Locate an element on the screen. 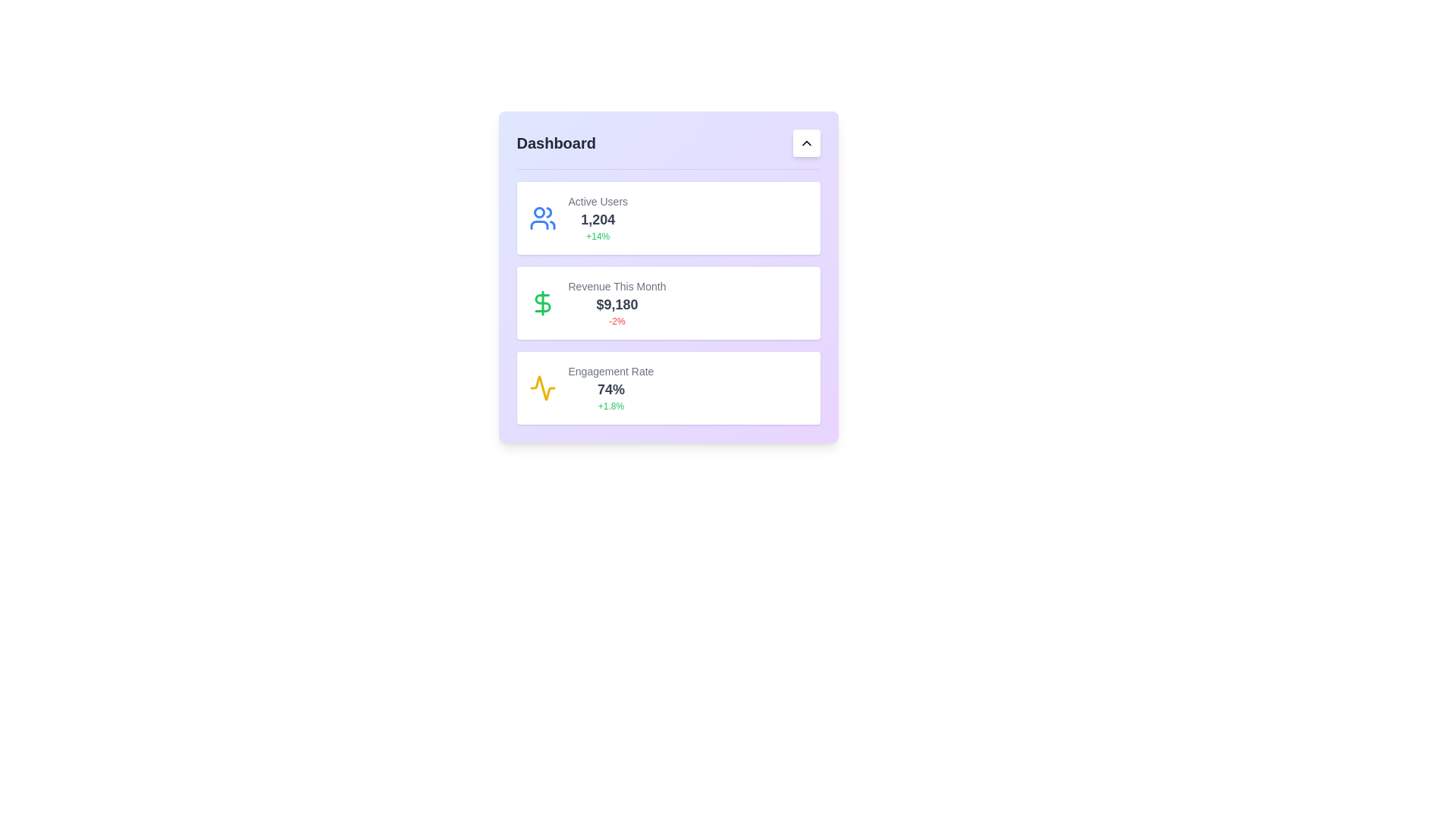 The width and height of the screenshot is (1456, 819). the financial icon representing the 'Revenue This Month' section of the dashboard is located at coordinates (542, 303).